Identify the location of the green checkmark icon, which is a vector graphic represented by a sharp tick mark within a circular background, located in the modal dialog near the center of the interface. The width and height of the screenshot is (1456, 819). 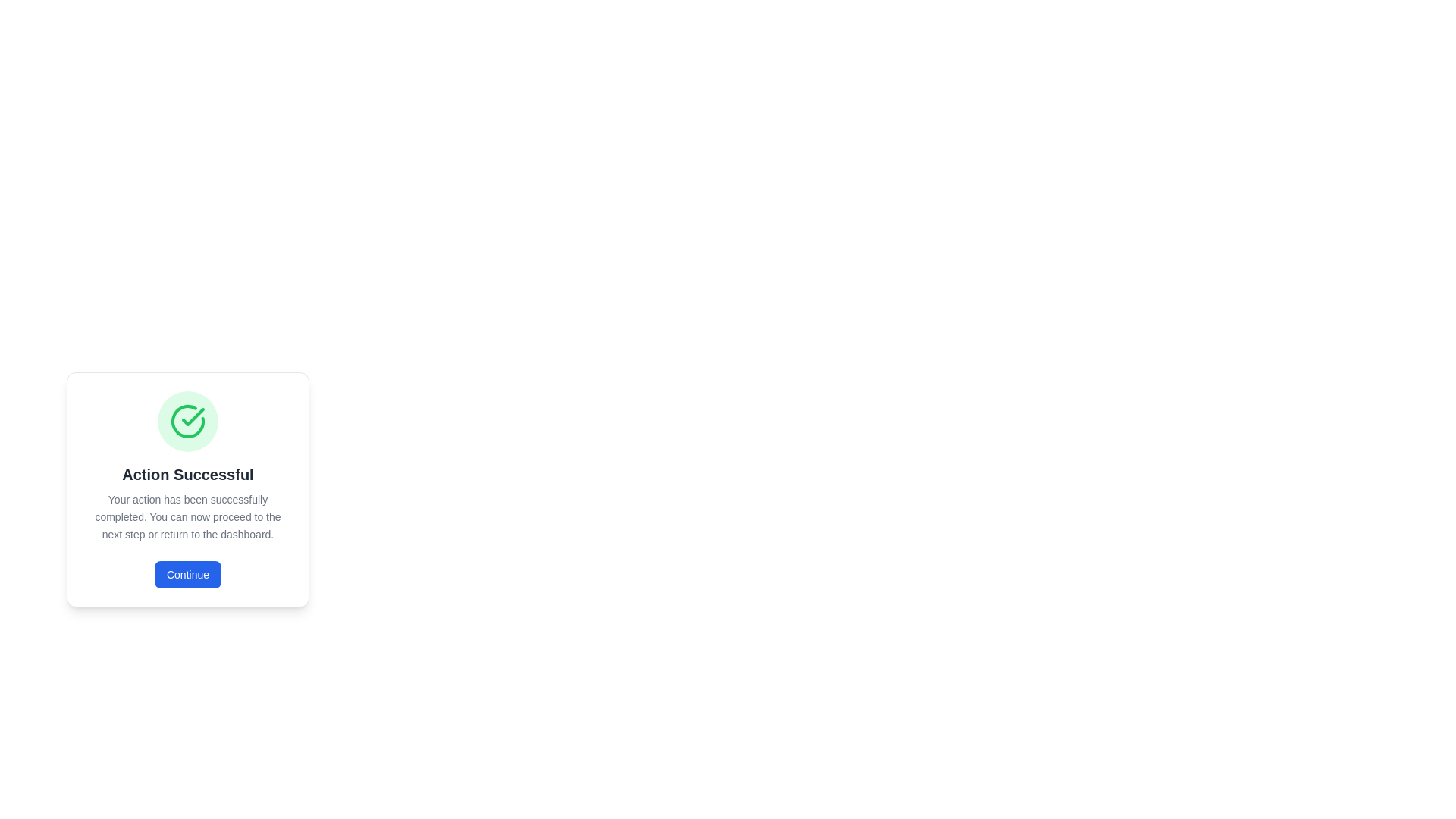
(192, 417).